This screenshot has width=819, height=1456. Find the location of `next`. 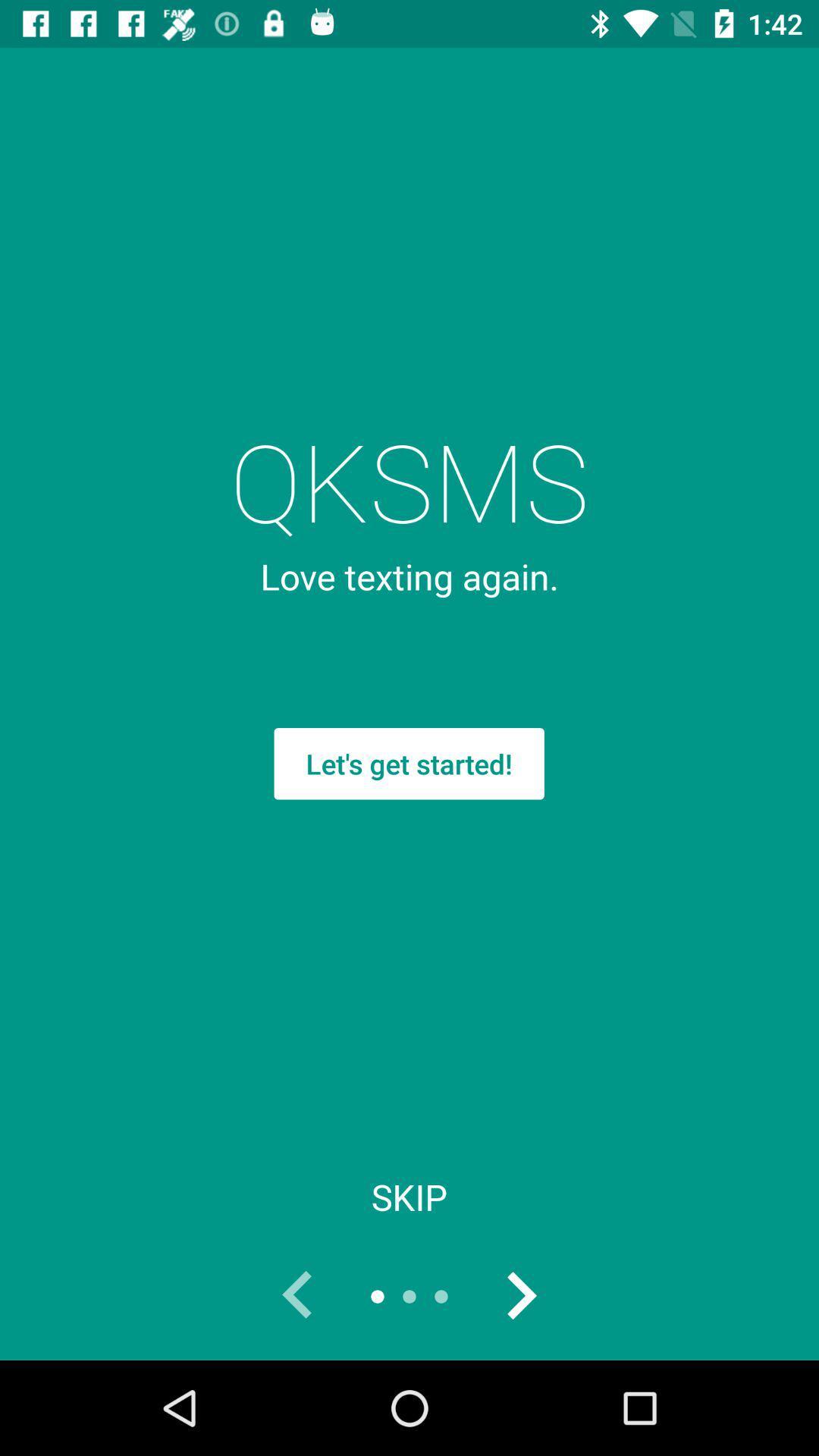

next is located at coordinates (519, 1295).